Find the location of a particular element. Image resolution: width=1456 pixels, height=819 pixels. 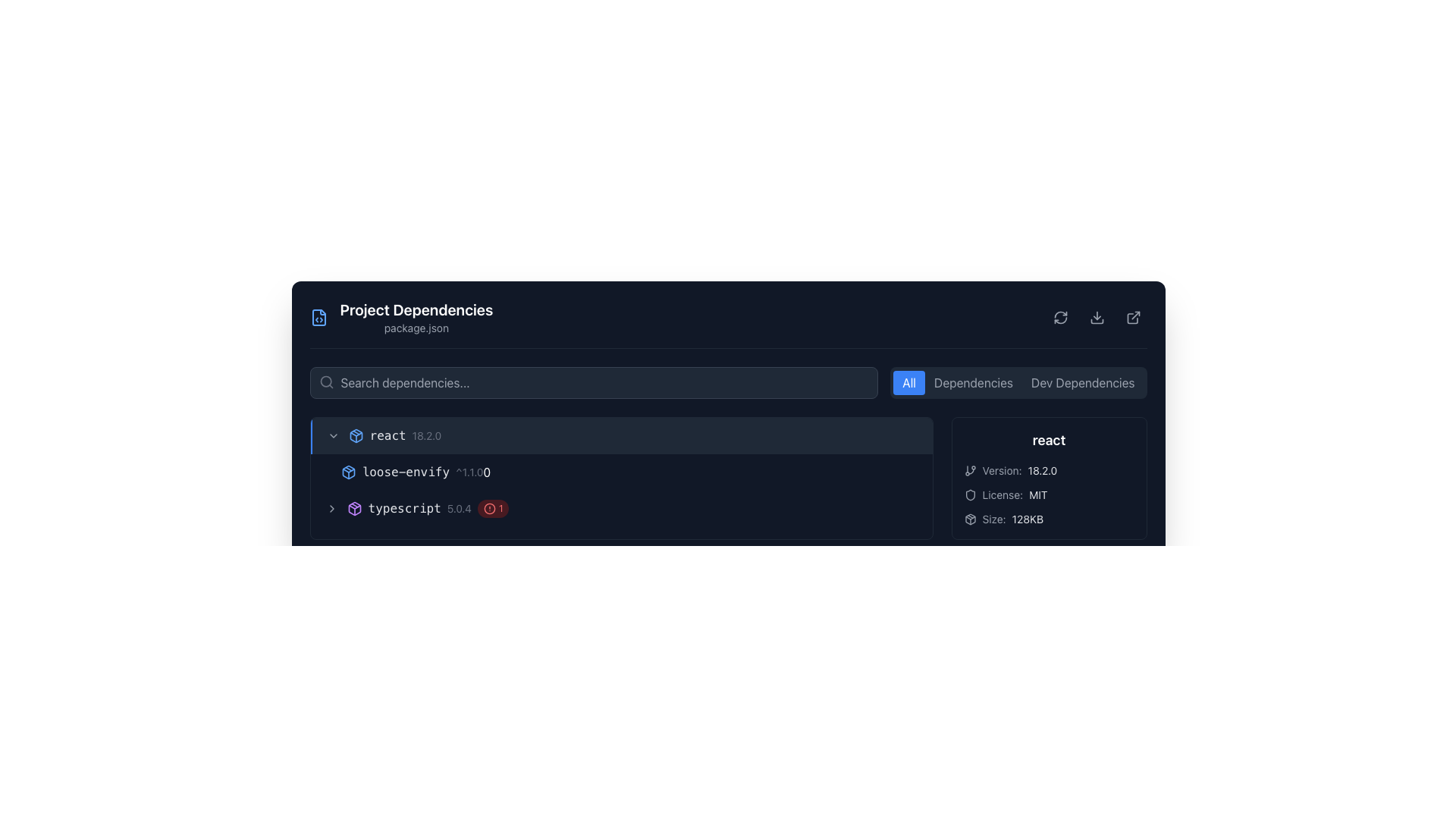

the right-facing chevron icon styled in gray, located to the left of the text 'typescript 5.0.4' is located at coordinates (331, 509).